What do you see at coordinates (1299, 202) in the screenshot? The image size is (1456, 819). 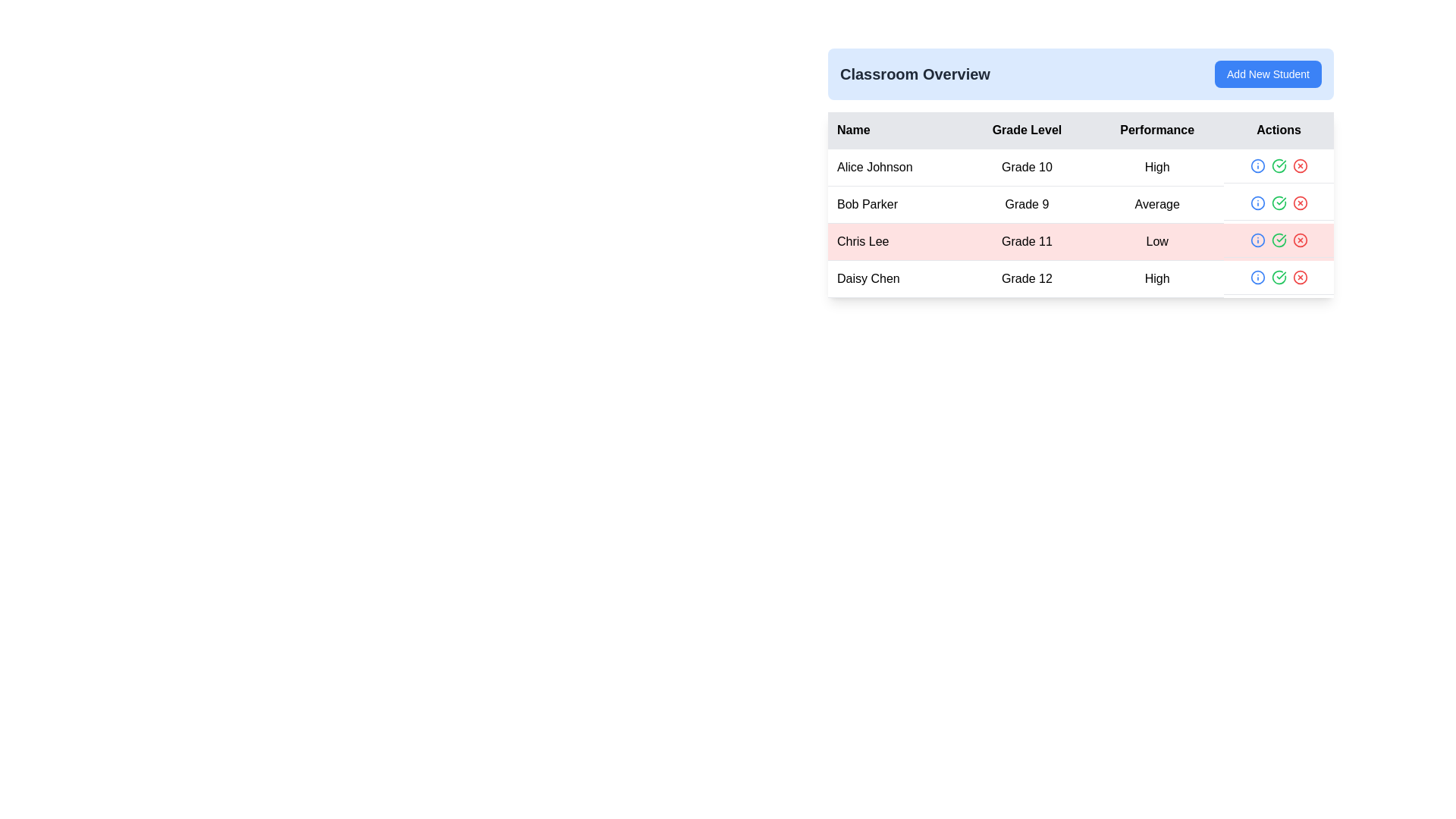 I see `the delete button icon located in the 'Actions' column for the 'Bob Parker' row in the second row of the table` at bounding box center [1299, 202].